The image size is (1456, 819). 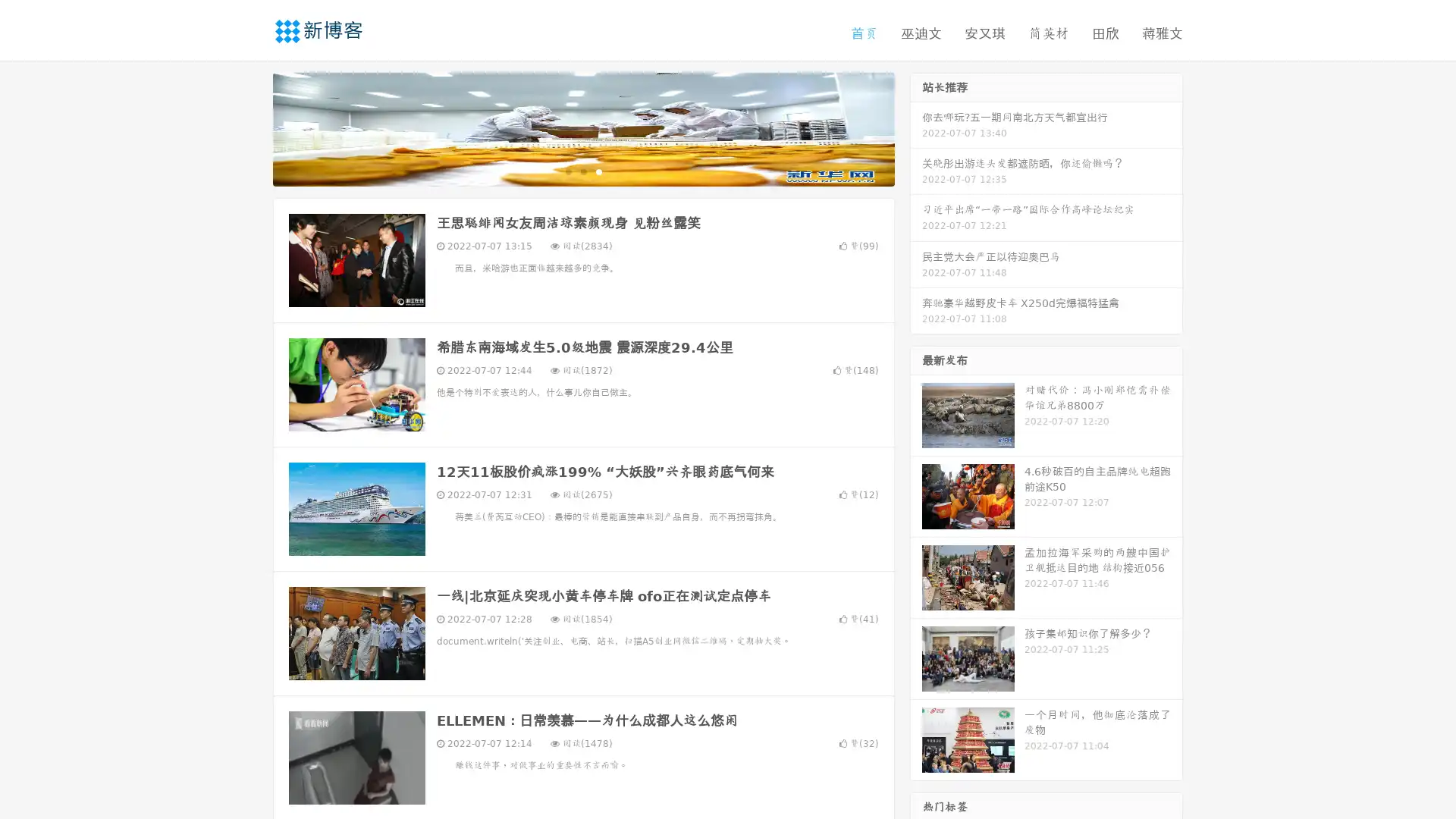 What do you see at coordinates (250, 127) in the screenshot?
I see `Previous slide` at bounding box center [250, 127].